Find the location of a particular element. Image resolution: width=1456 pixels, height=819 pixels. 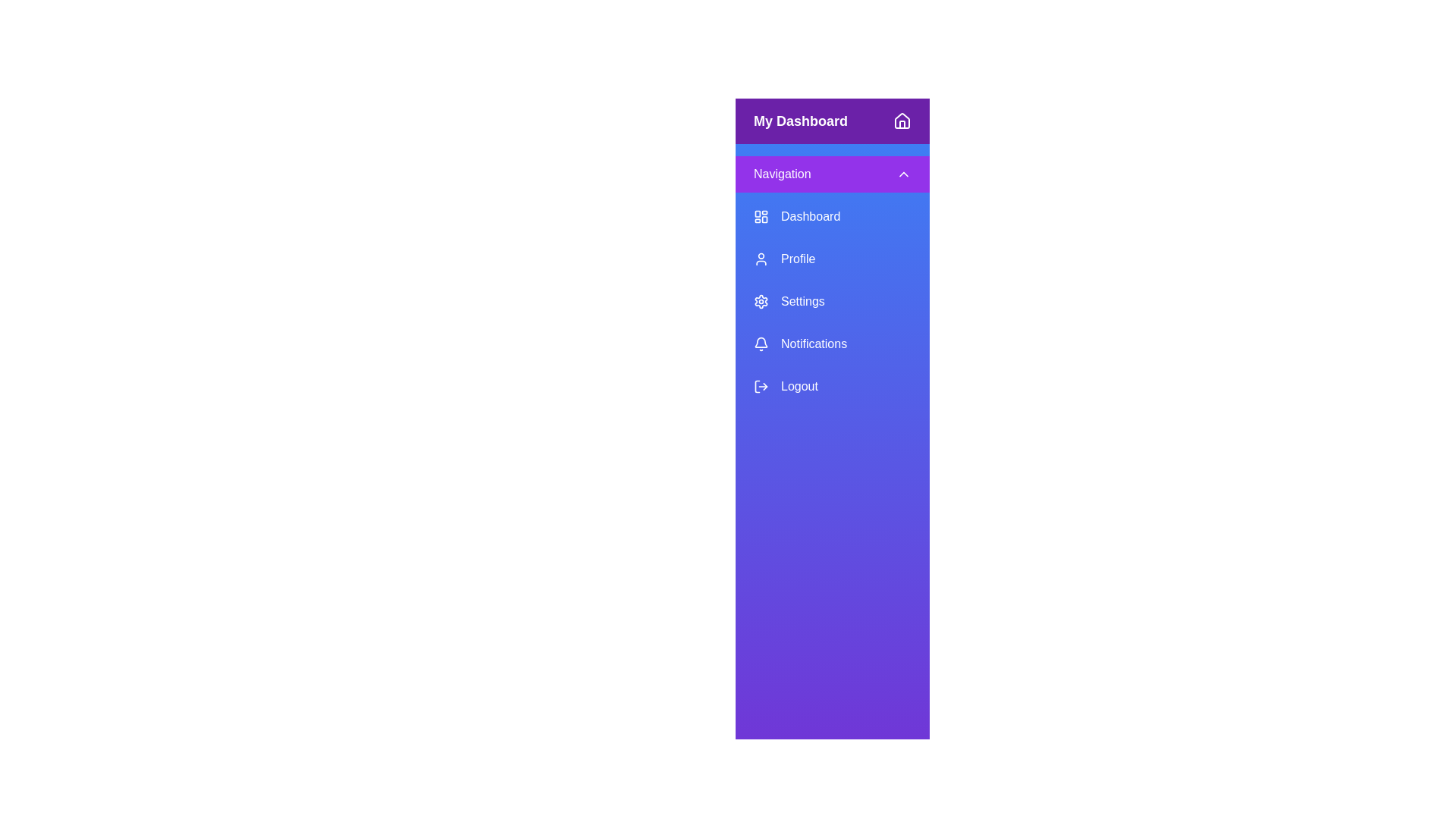

the 'Notifications' button with a blue background and a bell icon is located at coordinates (832, 344).